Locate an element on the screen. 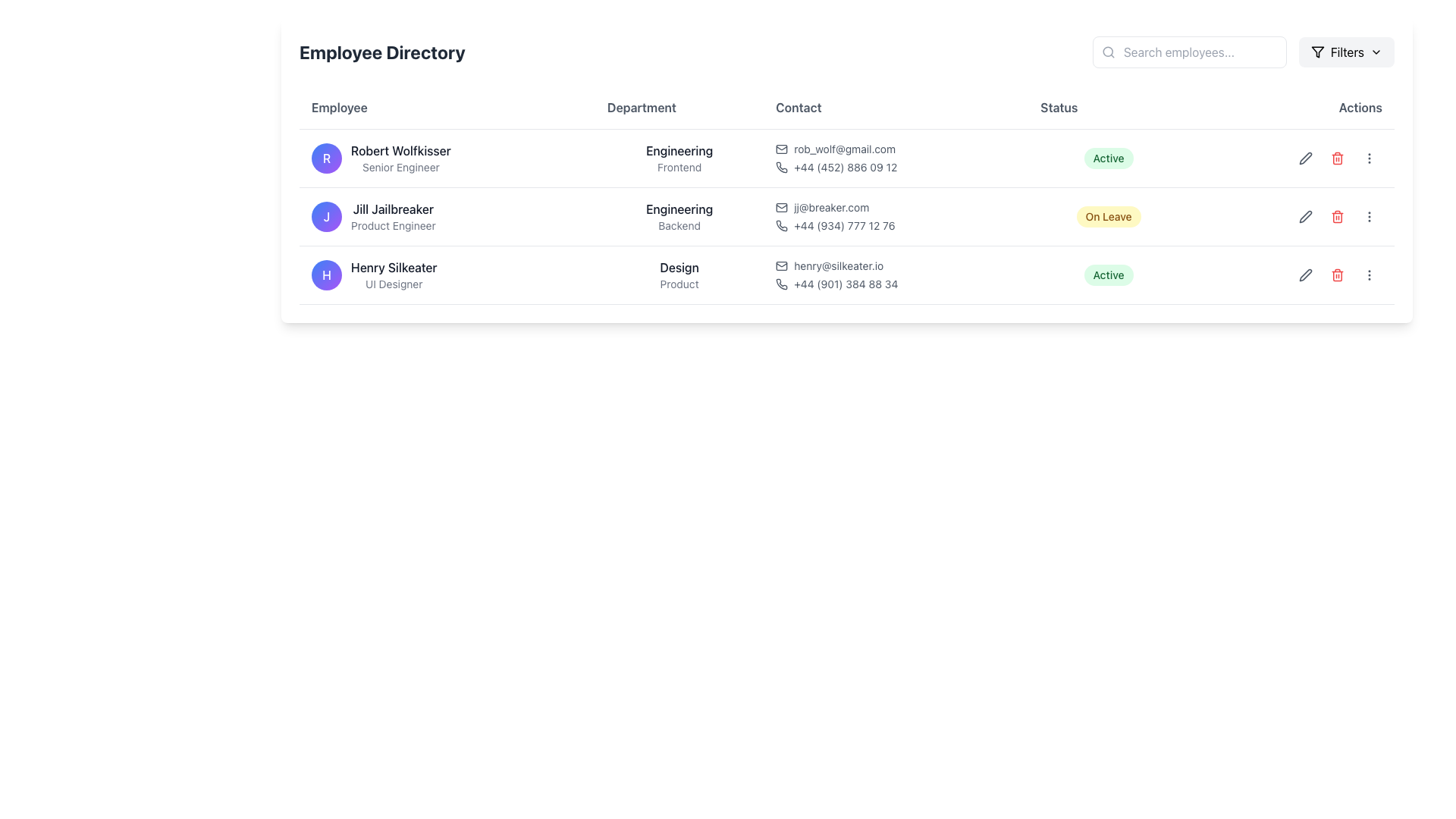 This screenshot has height=819, width=1456. phone number '+44 (934) 777 12 76' displayed in gray color, located in the contact information section of the second row associated with 'Jill Jailbreaker' is located at coordinates (896, 225).